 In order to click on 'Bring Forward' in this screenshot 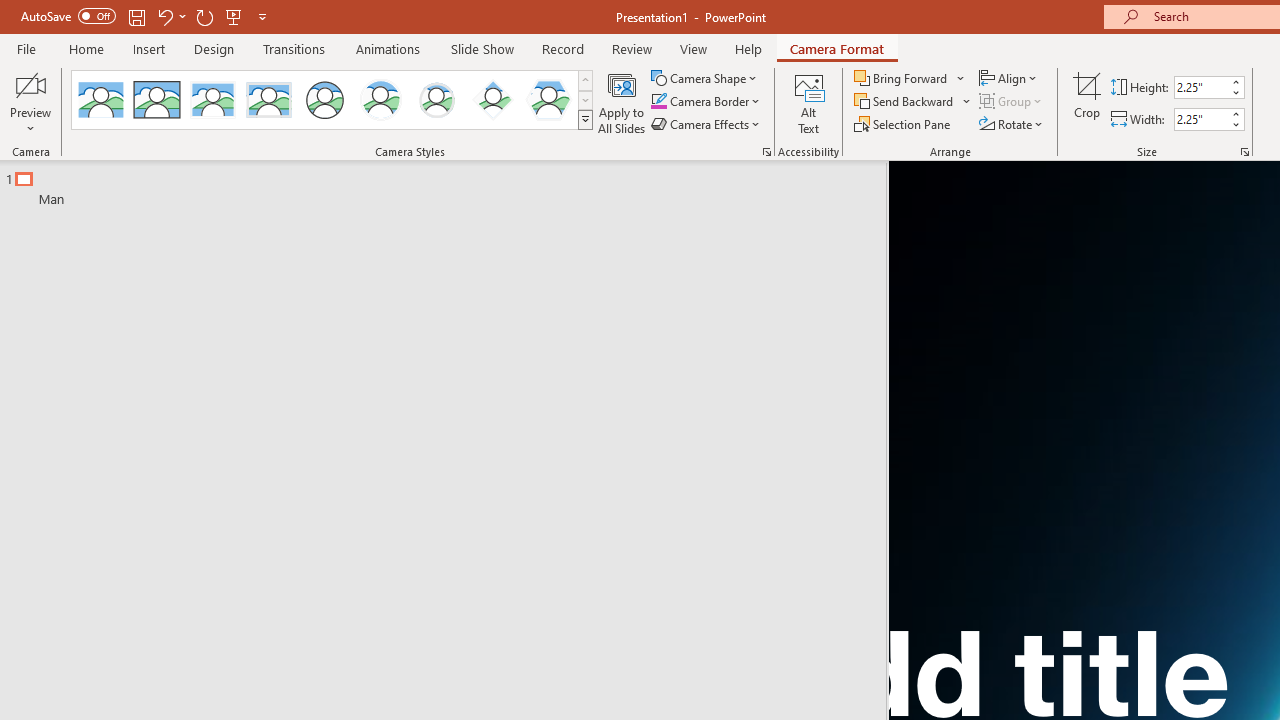, I will do `click(909, 77)`.